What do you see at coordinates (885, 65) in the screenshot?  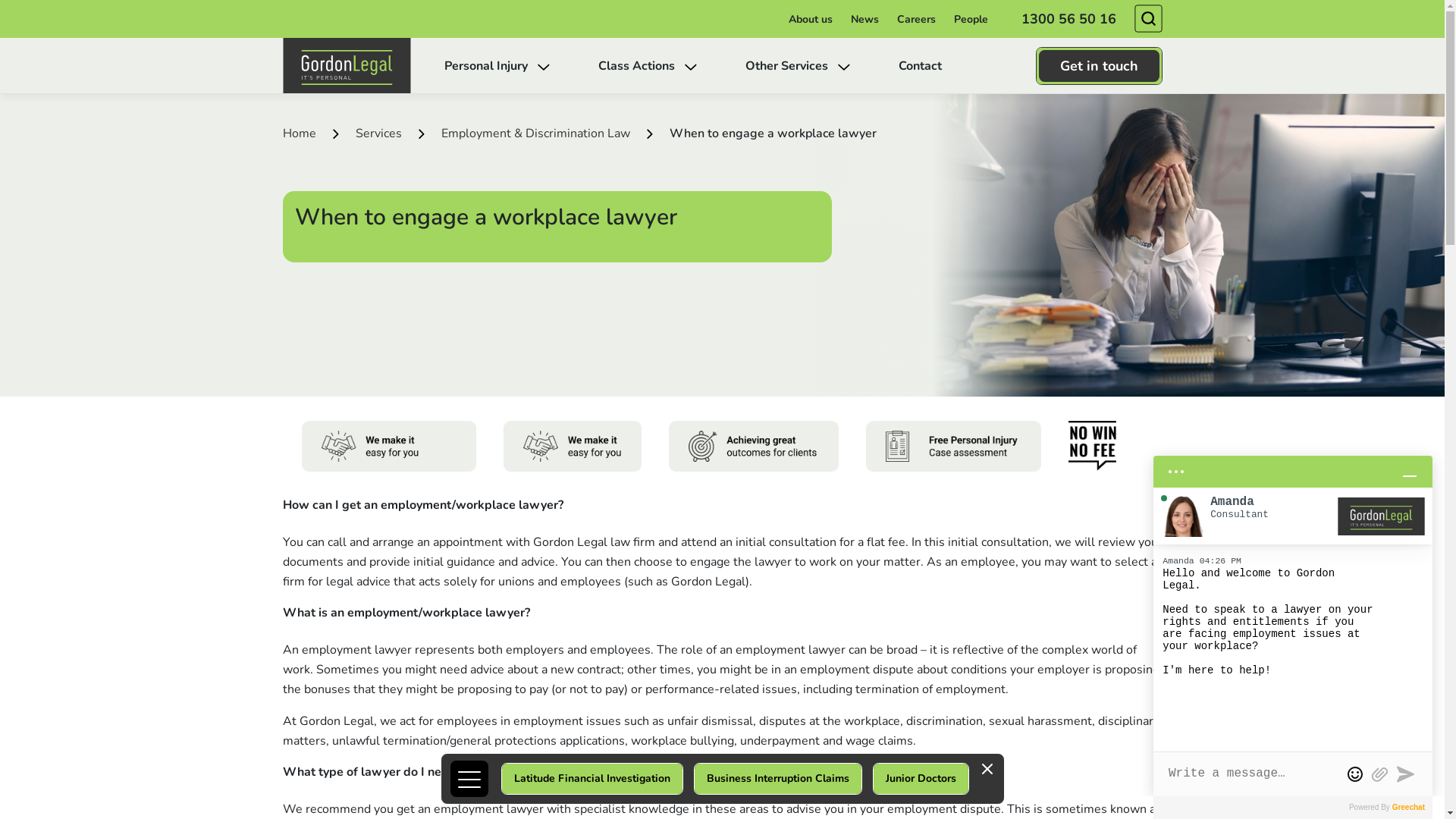 I see `'Contact'` at bounding box center [885, 65].